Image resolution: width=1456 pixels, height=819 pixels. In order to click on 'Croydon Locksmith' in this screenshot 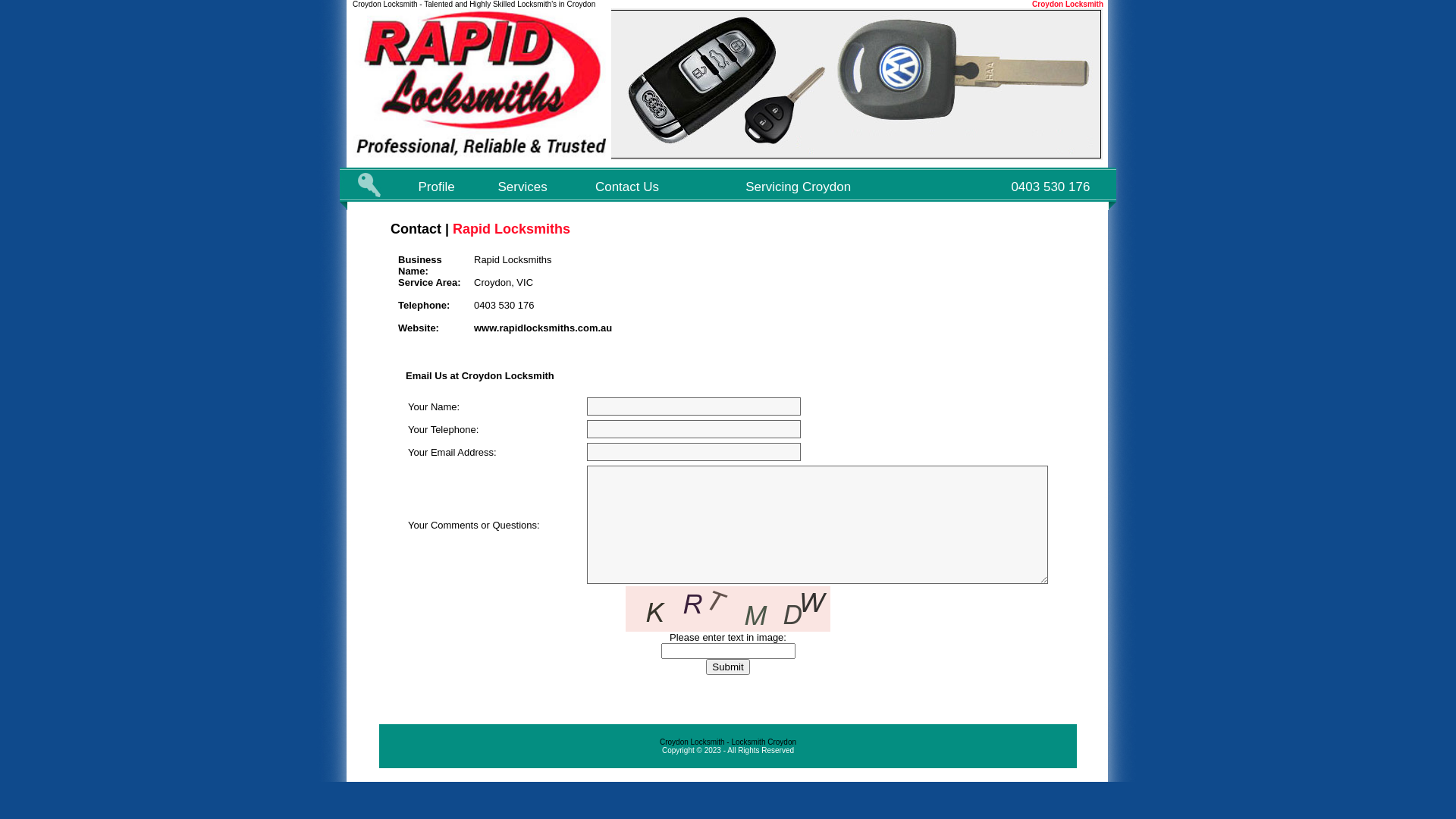, I will do `click(1031, 4)`.